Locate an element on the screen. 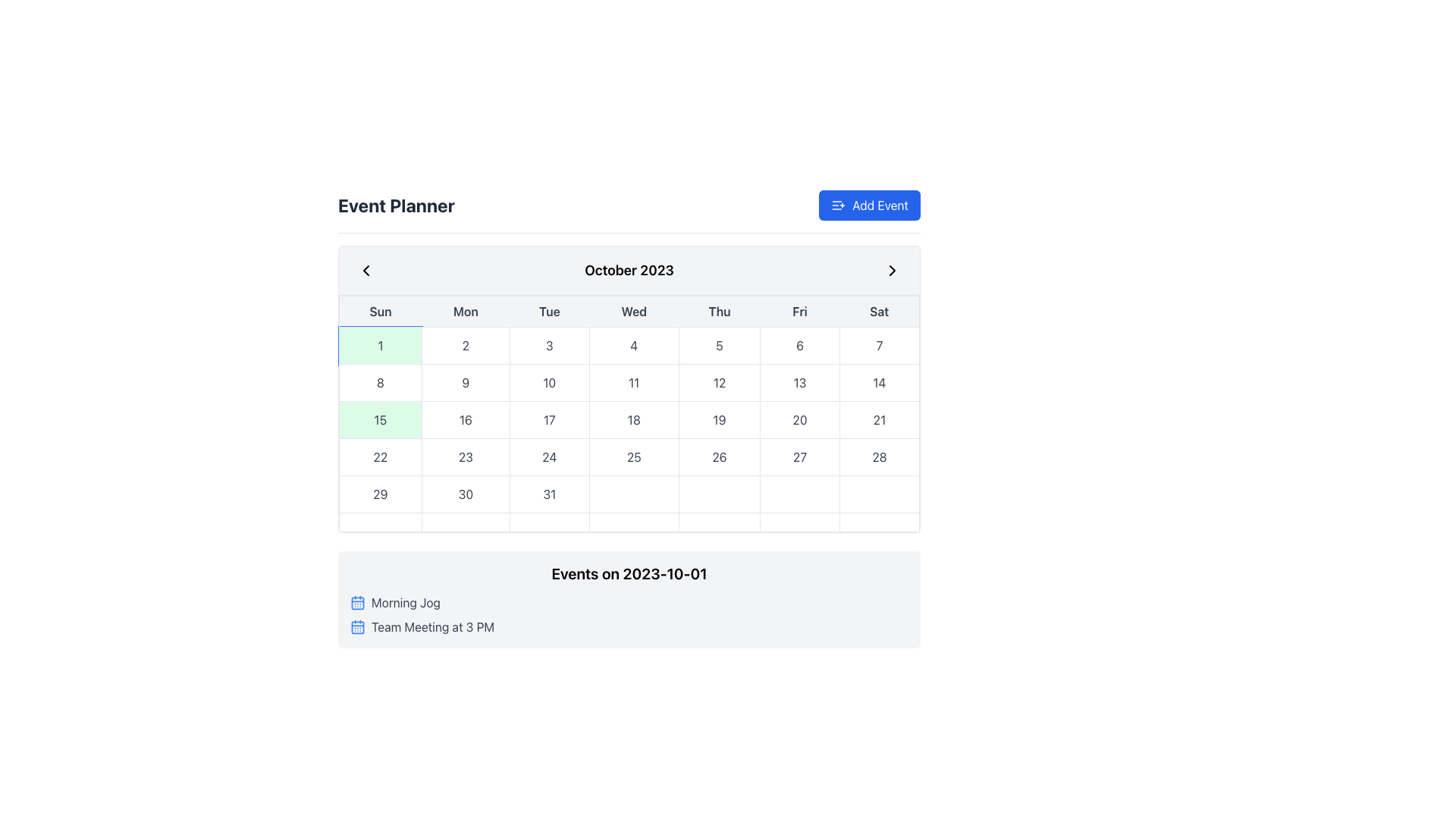 The height and width of the screenshot is (819, 1456). the clickable calendar cell displaying the number '19' located in the Friday column of the weekly row is located at coordinates (719, 420).